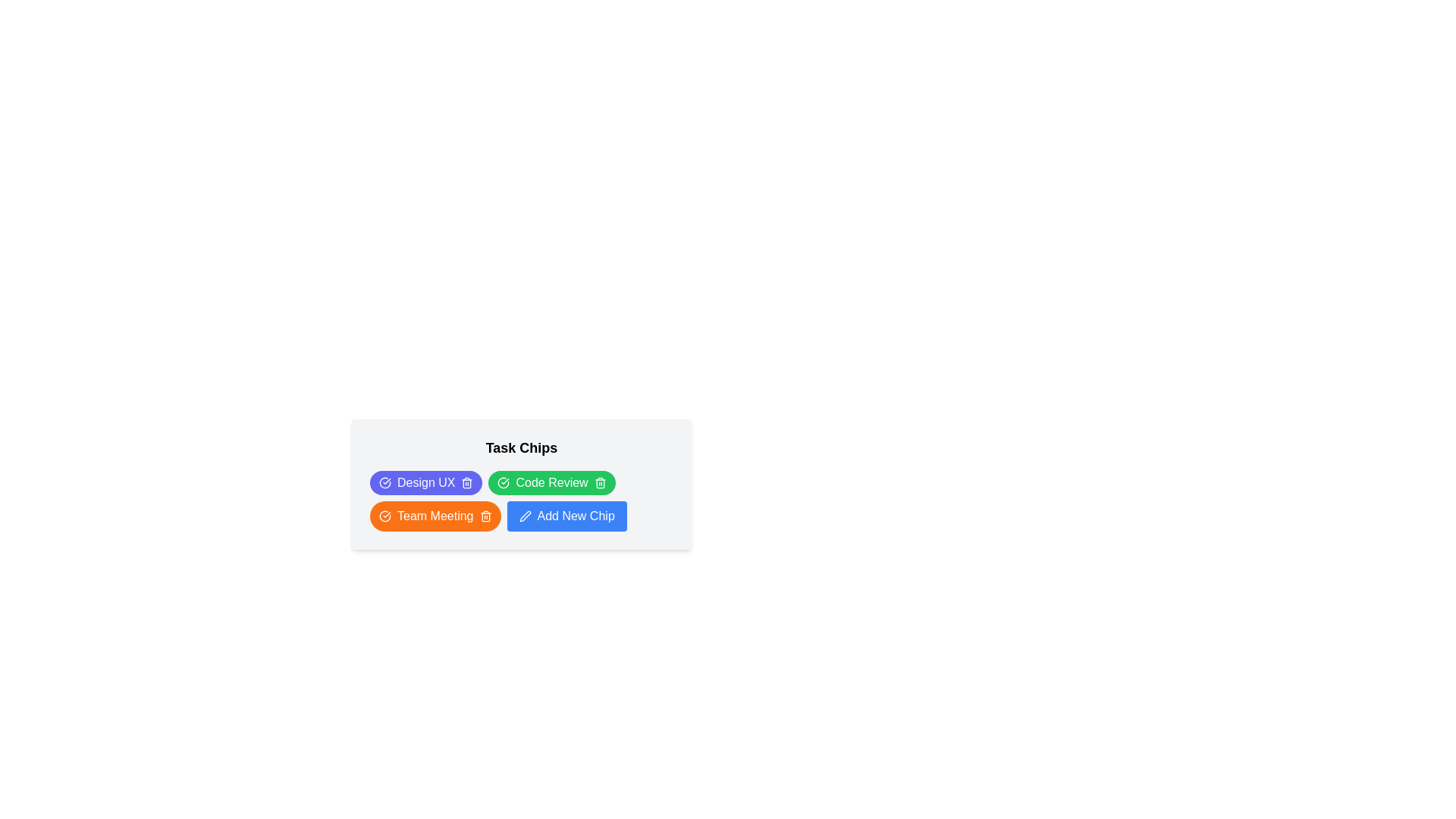  What do you see at coordinates (385, 482) in the screenshot?
I see `the visual indicator icon on the 'Design UX' chip, located at the top left of the task chips grid` at bounding box center [385, 482].